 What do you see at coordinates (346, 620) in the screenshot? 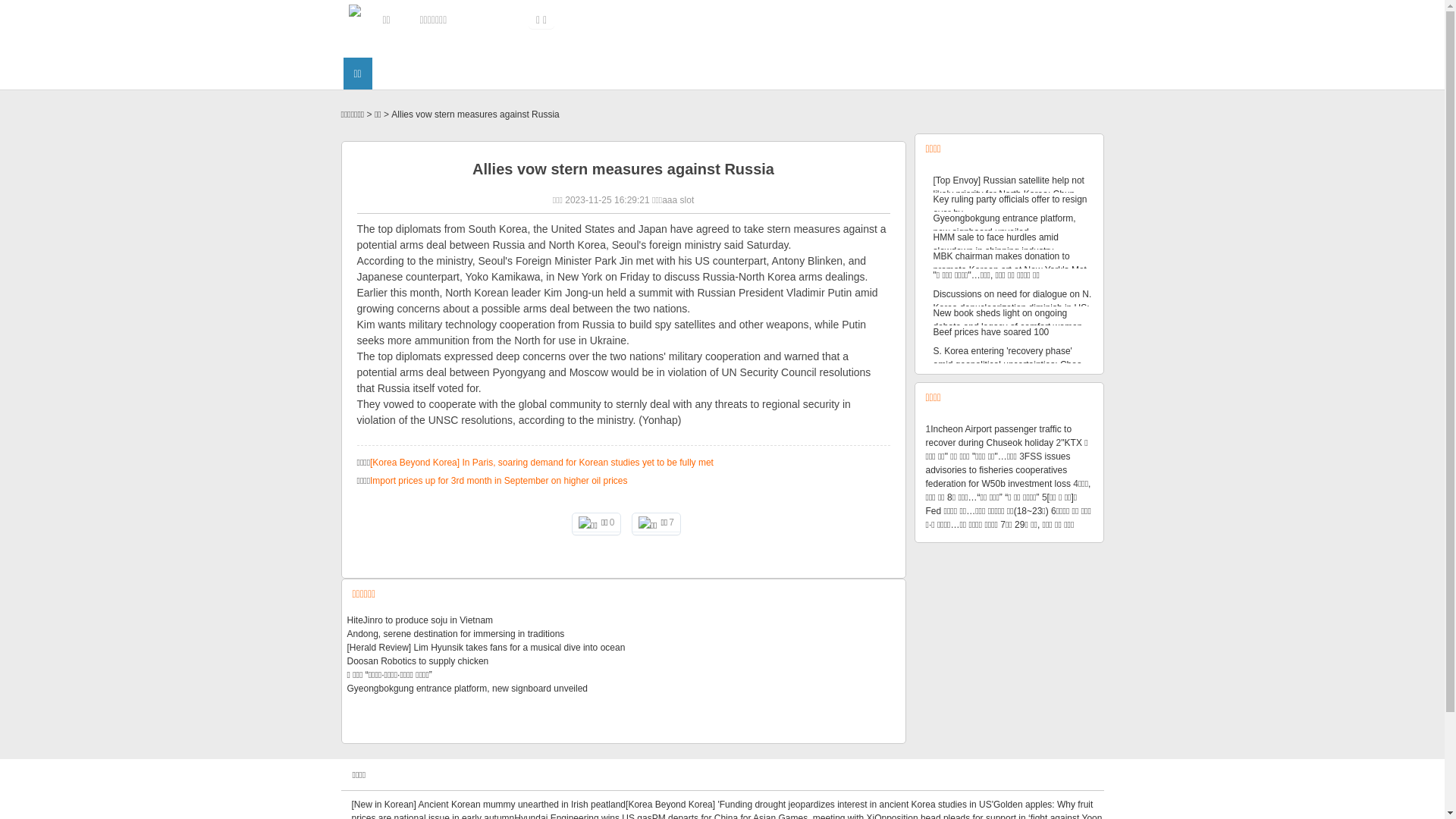
I see `'HiteJinro to produce soju in Vietnam'` at bounding box center [346, 620].